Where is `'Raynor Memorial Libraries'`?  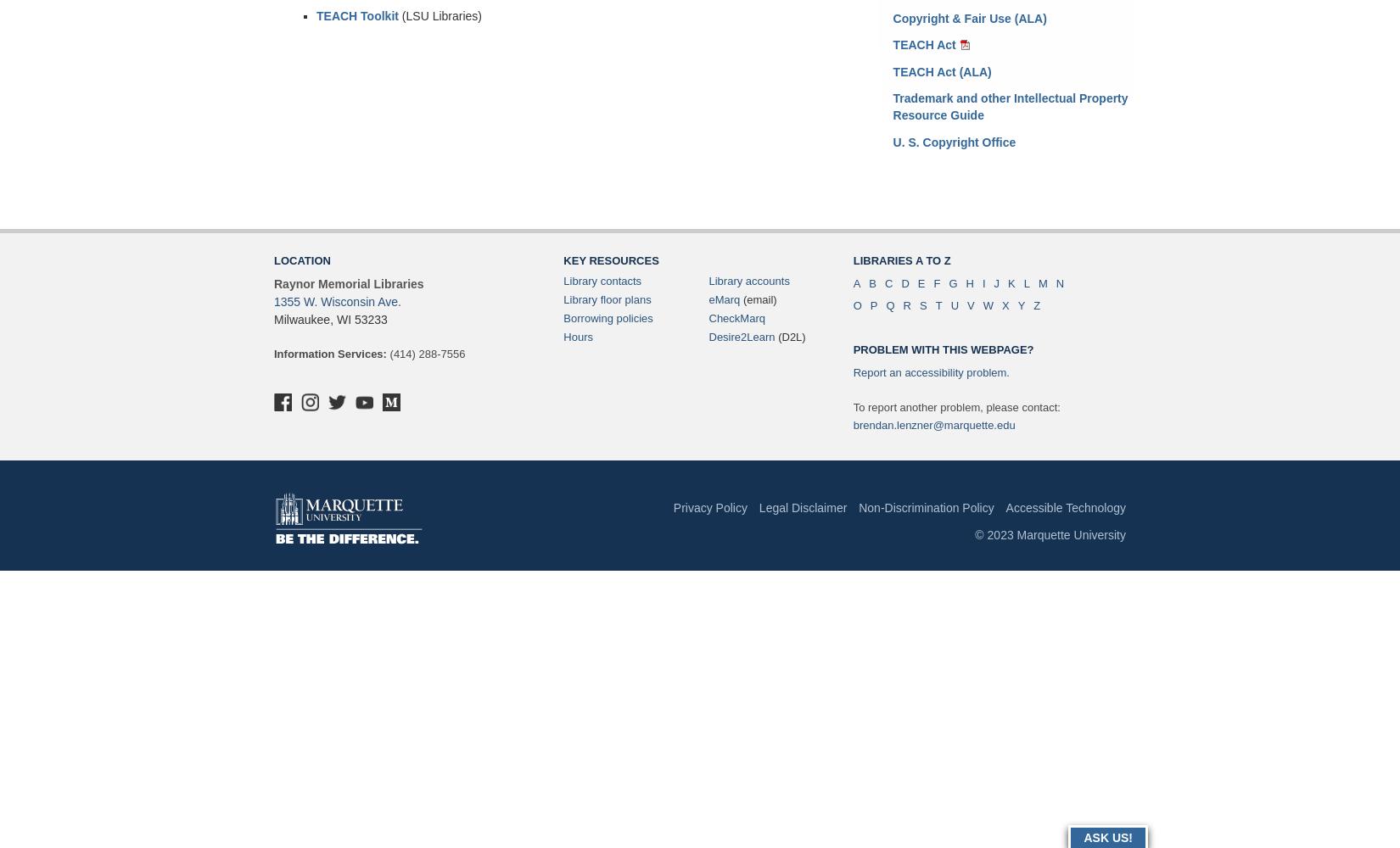 'Raynor Memorial Libraries' is located at coordinates (349, 283).